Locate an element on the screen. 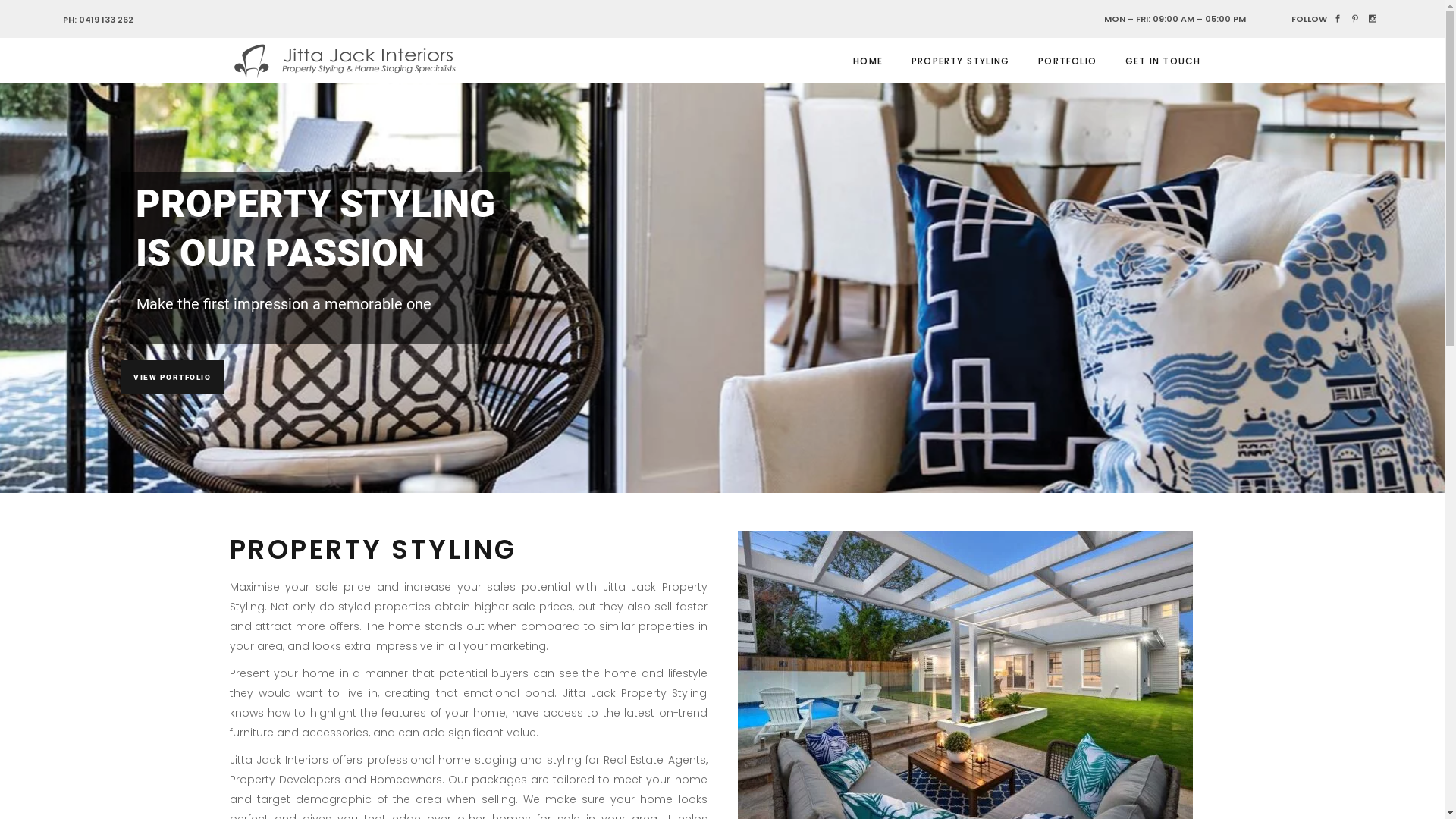  'PORTFOLIO' is located at coordinates (1066, 60).